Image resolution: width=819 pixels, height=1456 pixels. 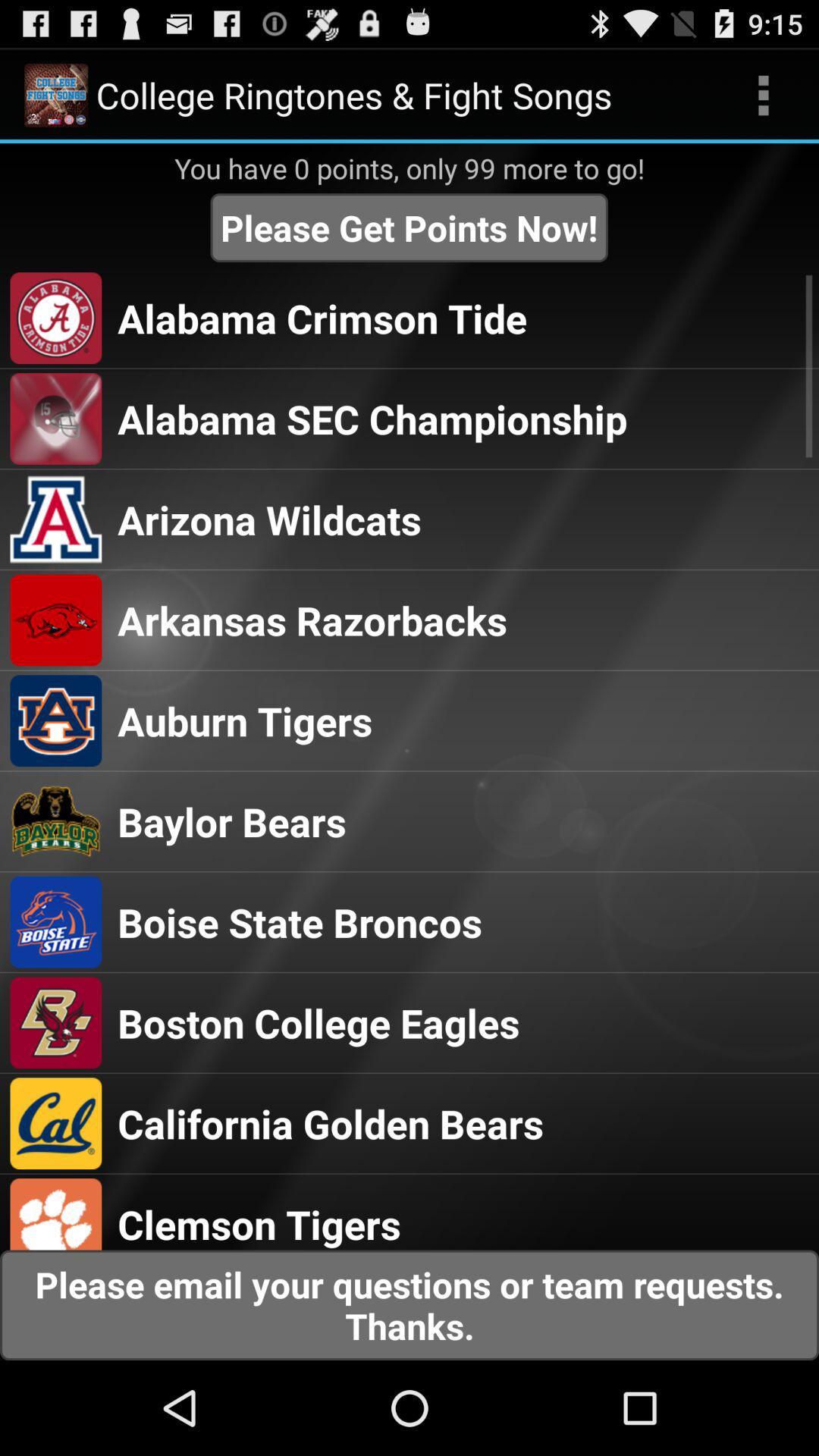 I want to click on the boston college eagles app, so click(x=318, y=1022).